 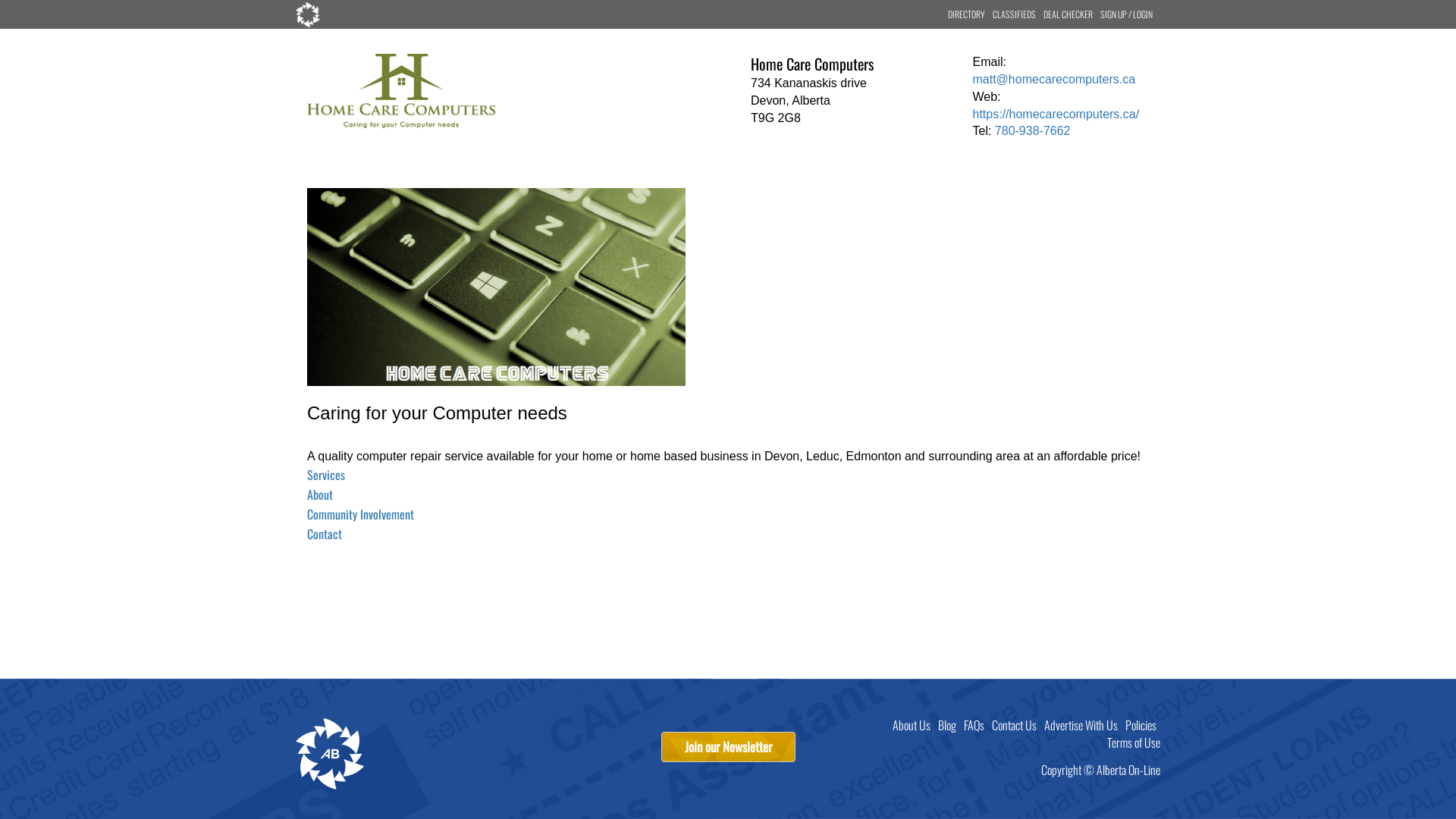 I want to click on 'CLASSIFIEDS', so click(x=1014, y=14).